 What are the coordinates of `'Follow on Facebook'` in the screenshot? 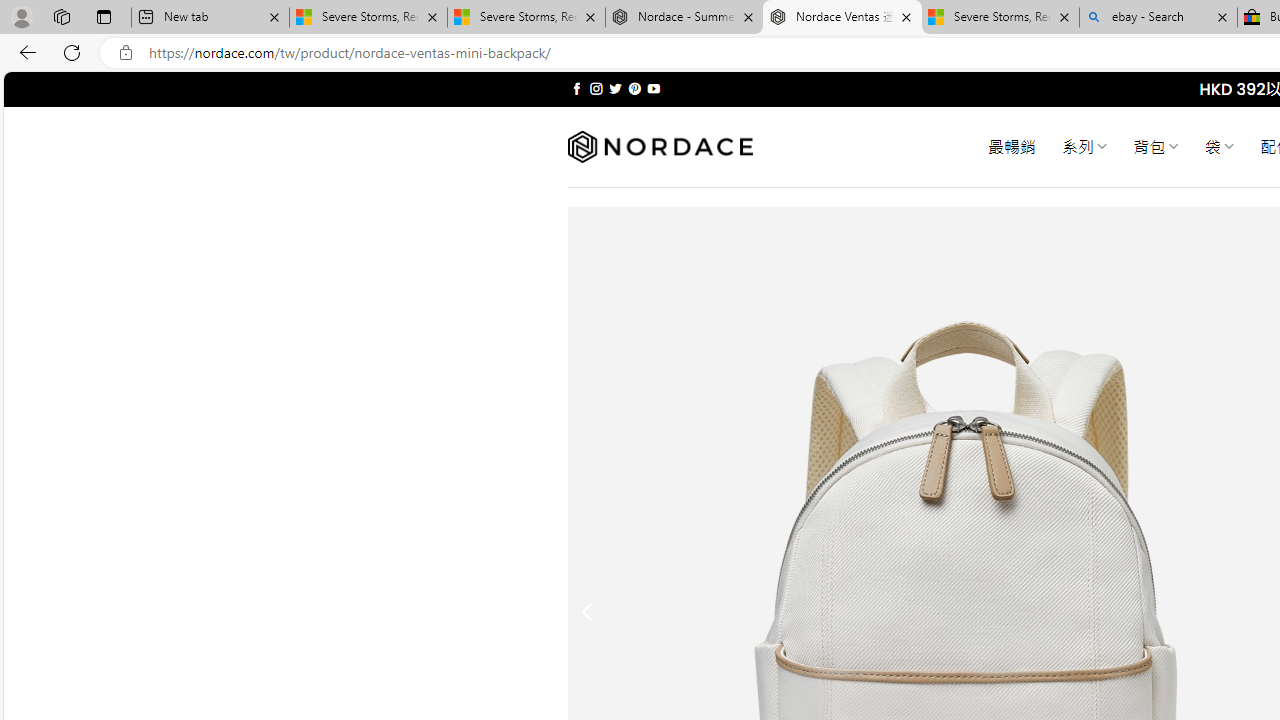 It's located at (576, 88).